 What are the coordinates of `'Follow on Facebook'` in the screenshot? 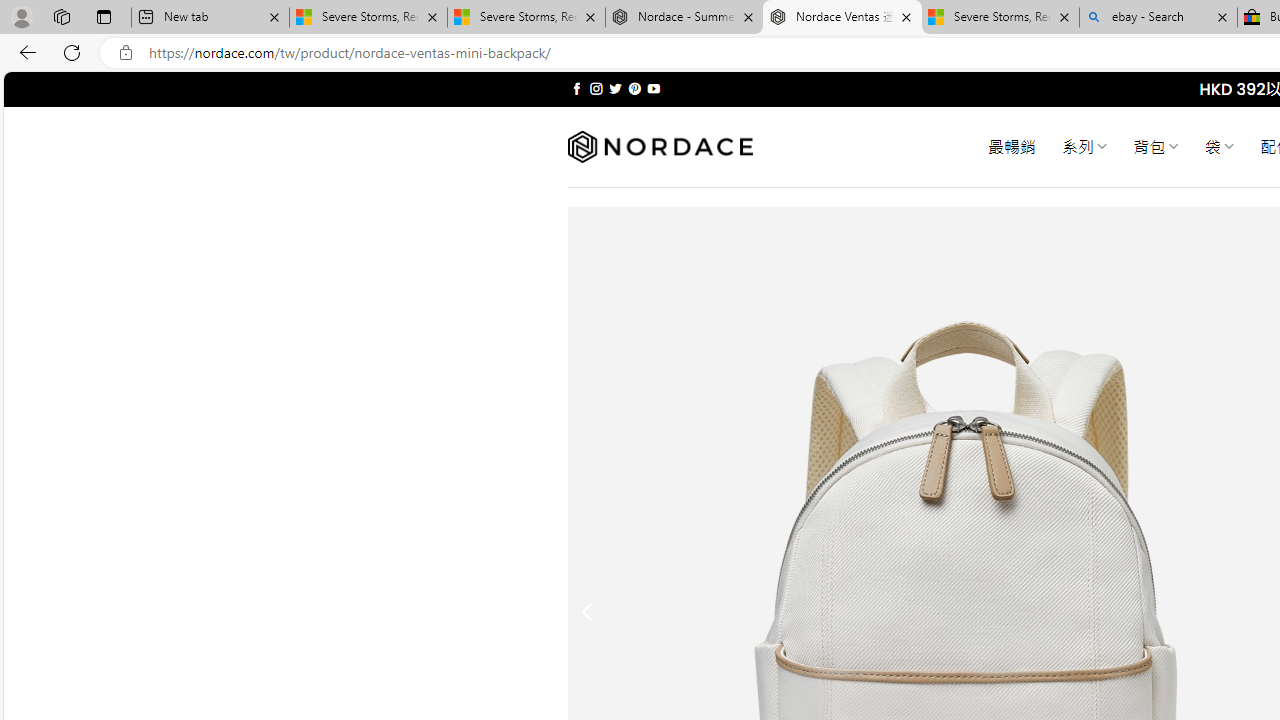 It's located at (576, 88).